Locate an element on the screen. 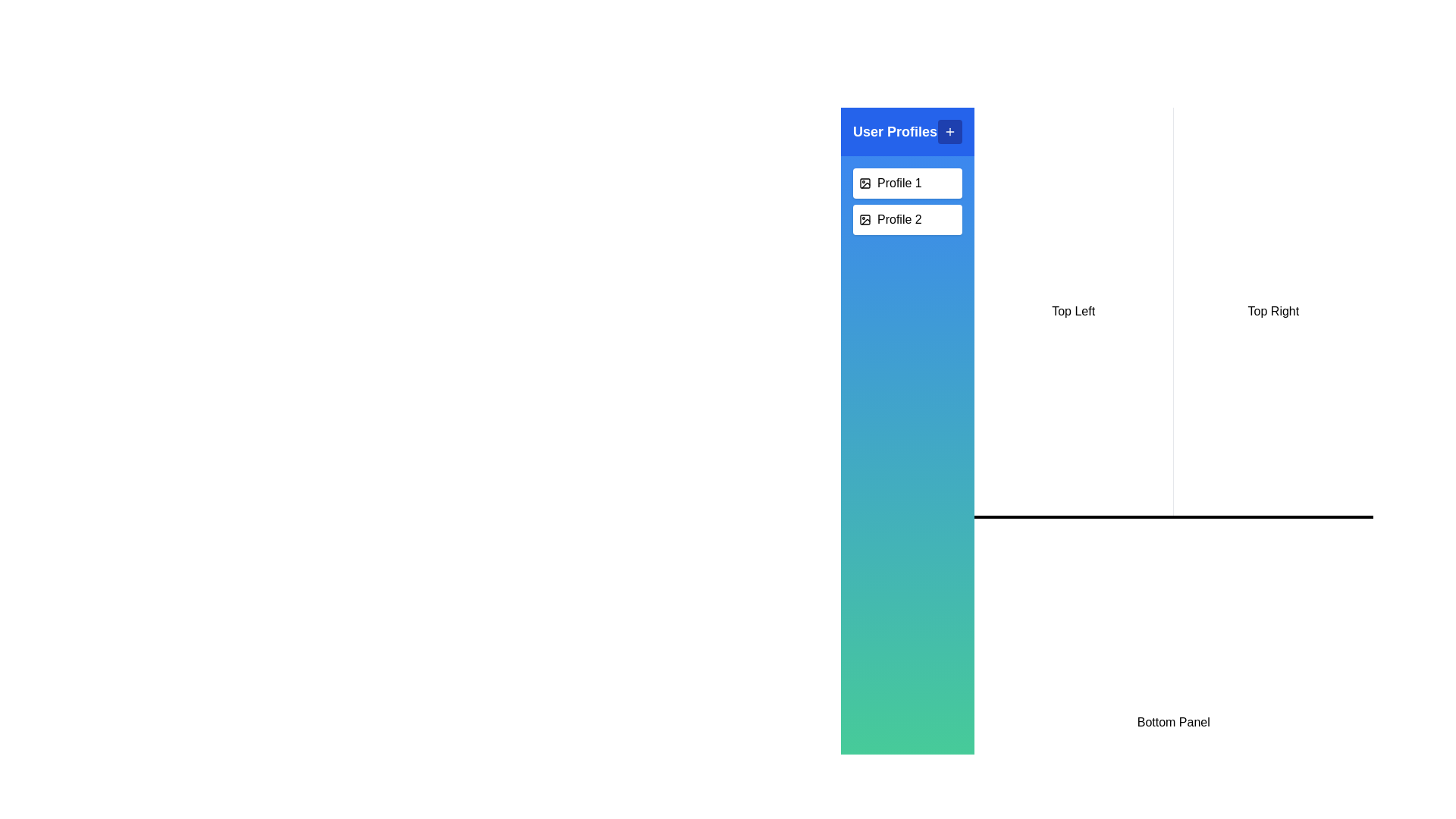 The width and height of the screenshot is (1456, 819). SVG Shape that serves as the stylized background for the 'Profile 2' label in the list for debugging purposes is located at coordinates (865, 219).